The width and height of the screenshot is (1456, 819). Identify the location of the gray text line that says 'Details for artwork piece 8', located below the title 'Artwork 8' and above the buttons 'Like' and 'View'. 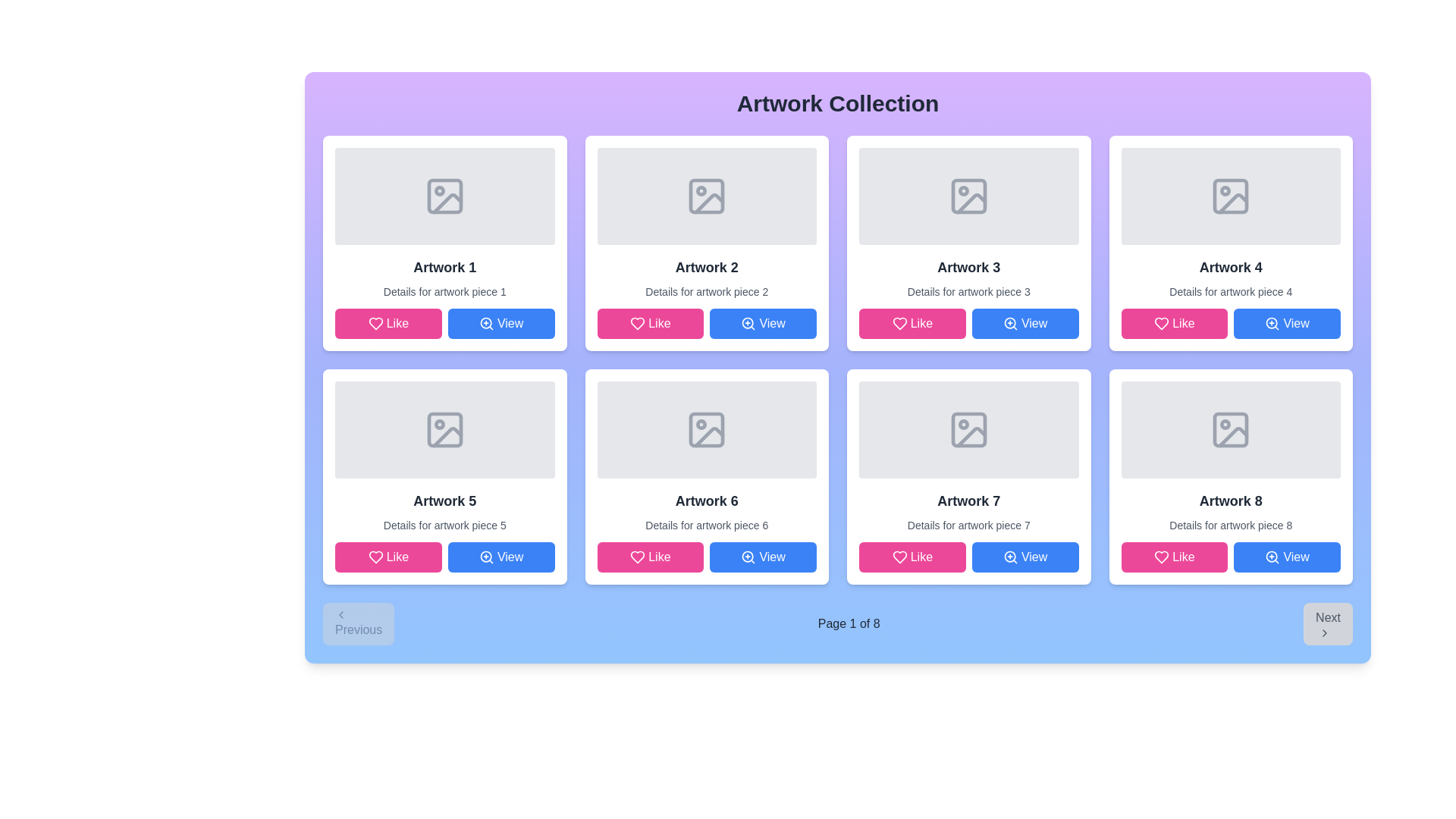
(1231, 525).